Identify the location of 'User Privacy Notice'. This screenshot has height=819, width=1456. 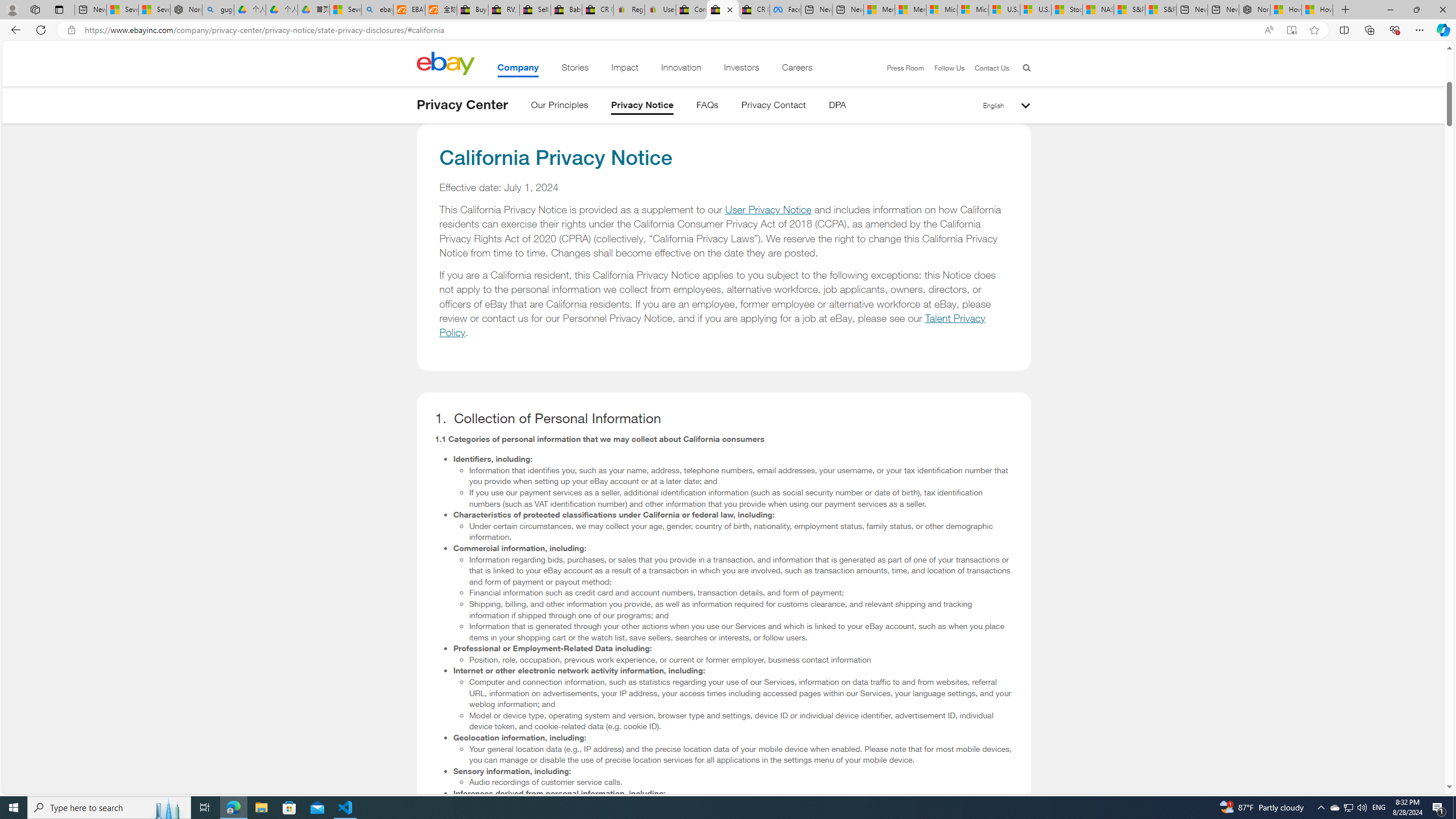
(767, 209).